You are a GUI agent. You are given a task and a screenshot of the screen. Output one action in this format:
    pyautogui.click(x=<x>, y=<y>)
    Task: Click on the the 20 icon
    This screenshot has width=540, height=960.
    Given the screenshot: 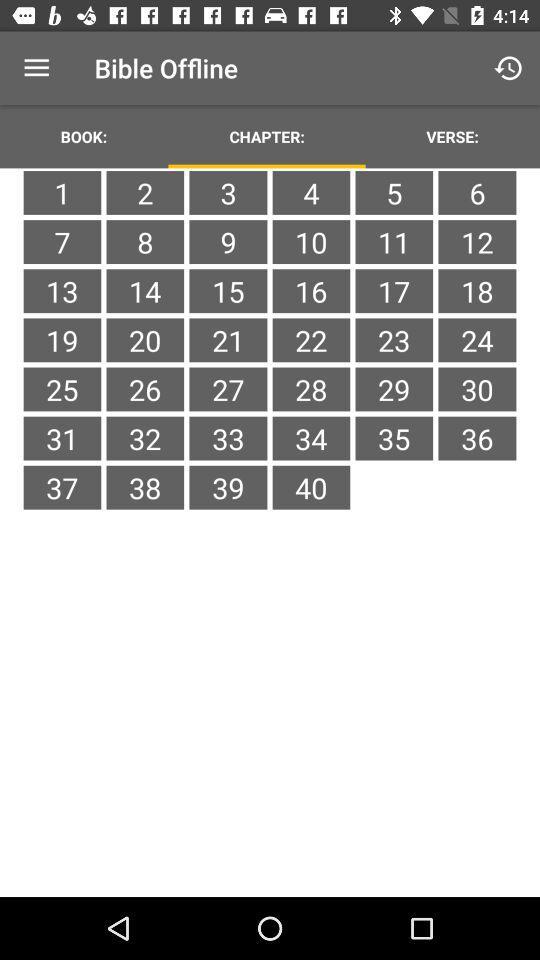 What is the action you would take?
    pyautogui.click(x=144, y=340)
    